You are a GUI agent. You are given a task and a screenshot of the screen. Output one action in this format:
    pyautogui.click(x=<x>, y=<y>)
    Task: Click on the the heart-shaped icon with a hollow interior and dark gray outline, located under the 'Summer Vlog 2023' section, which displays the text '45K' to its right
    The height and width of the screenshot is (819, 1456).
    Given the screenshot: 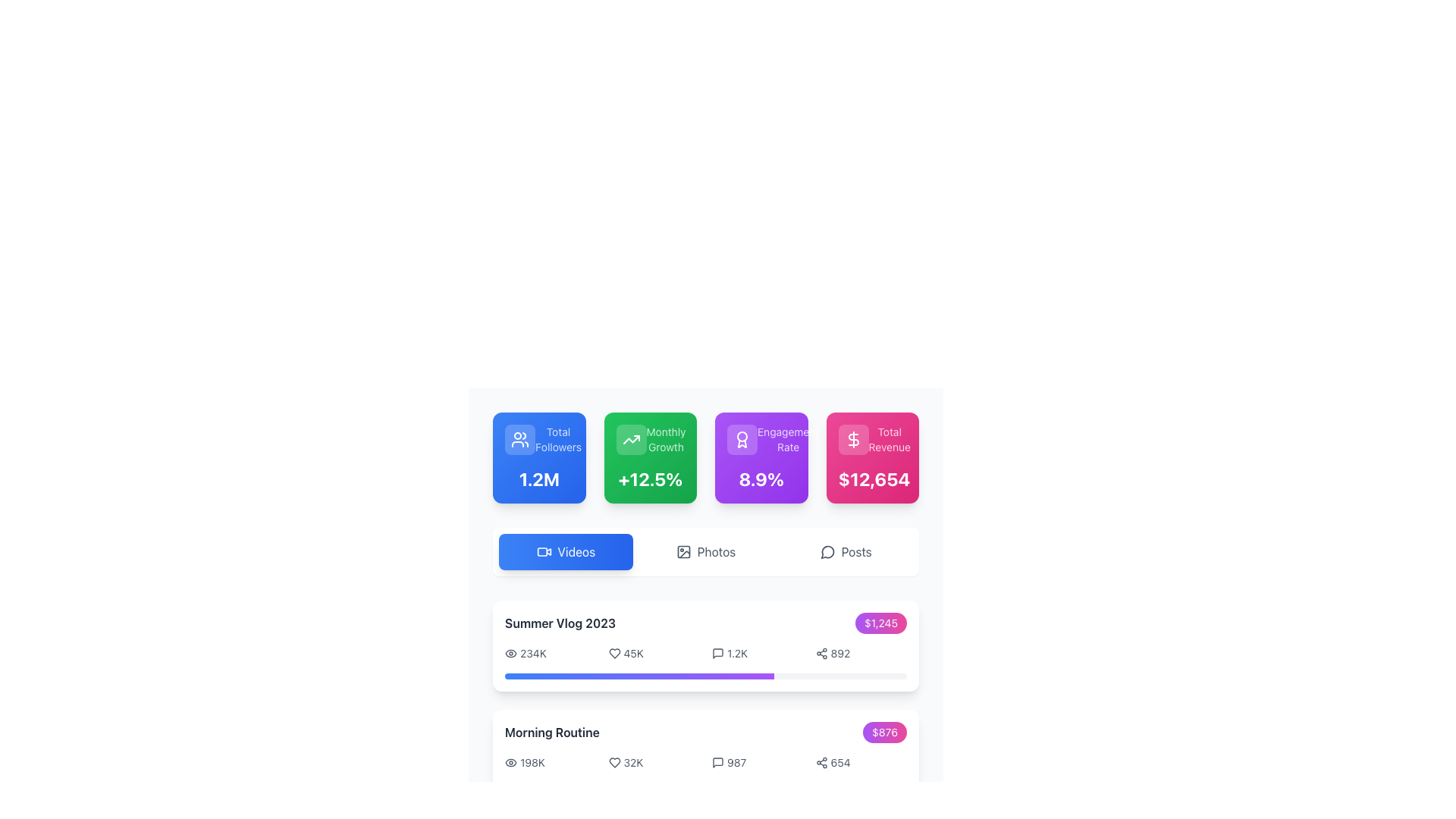 What is the action you would take?
    pyautogui.click(x=614, y=652)
    